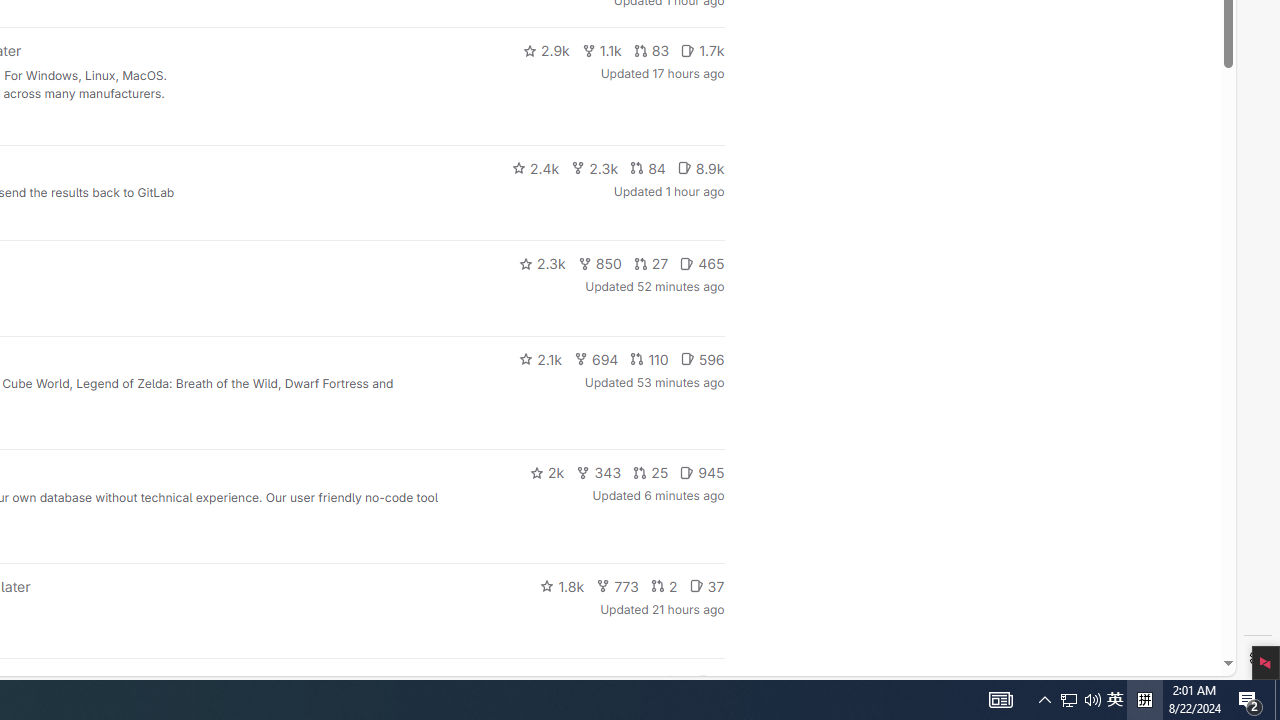 The image size is (1280, 720). What do you see at coordinates (540, 357) in the screenshot?
I see `'2.1k'` at bounding box center [540, 357].